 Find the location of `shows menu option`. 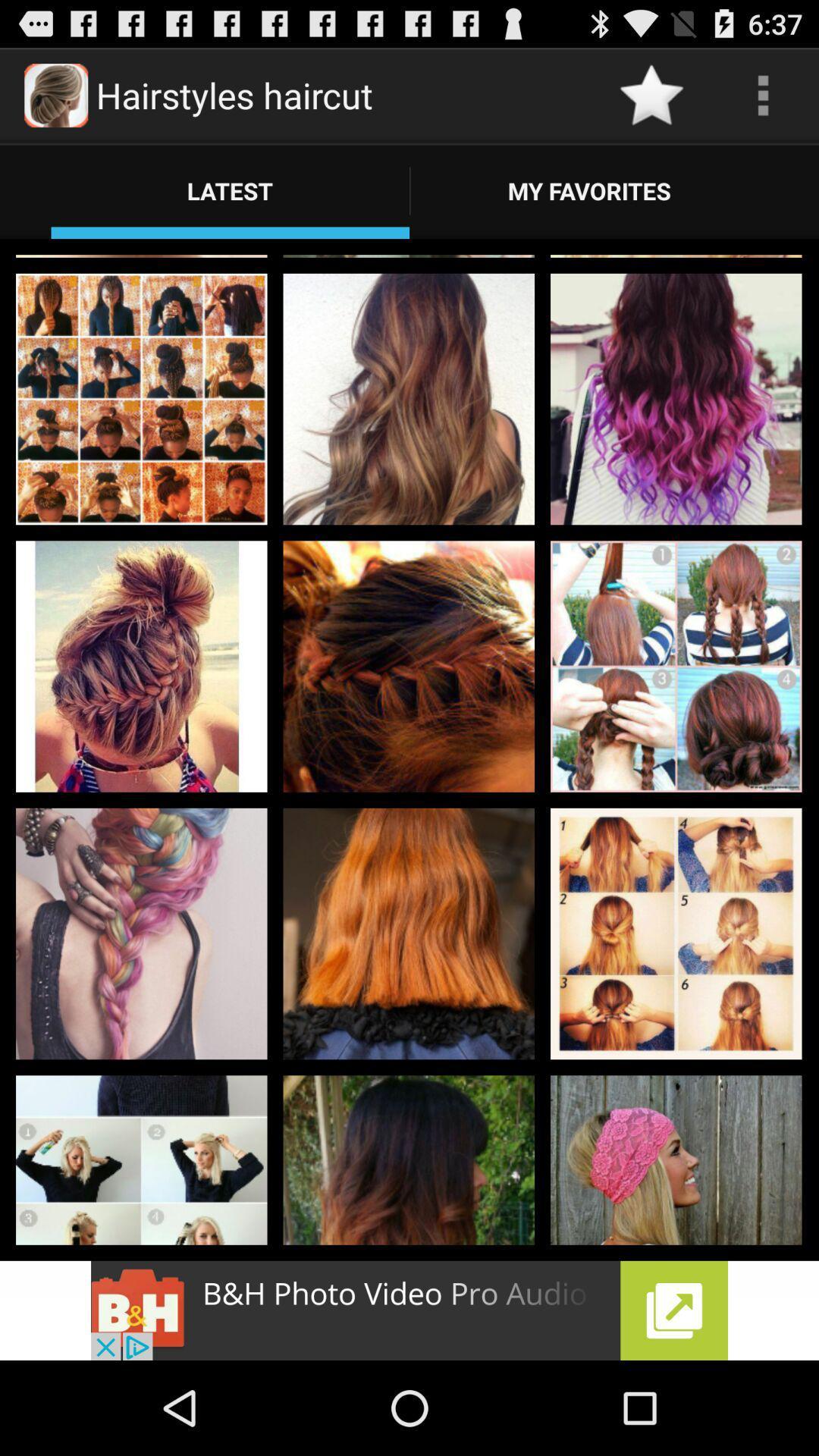

shows menu option is located at coordinates (763, 94).